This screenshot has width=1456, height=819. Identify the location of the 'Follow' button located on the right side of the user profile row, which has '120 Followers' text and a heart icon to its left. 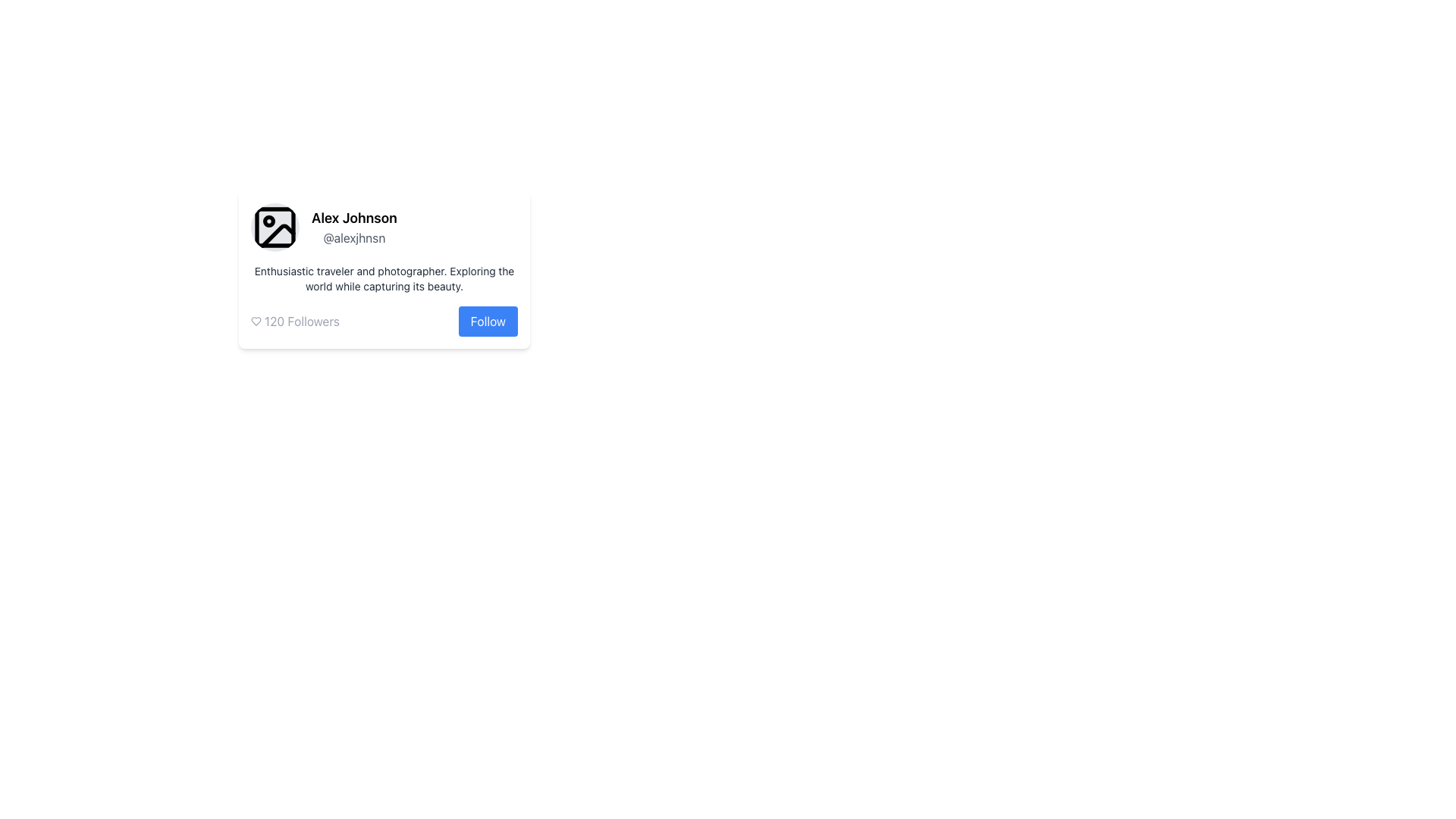
(488, 321).